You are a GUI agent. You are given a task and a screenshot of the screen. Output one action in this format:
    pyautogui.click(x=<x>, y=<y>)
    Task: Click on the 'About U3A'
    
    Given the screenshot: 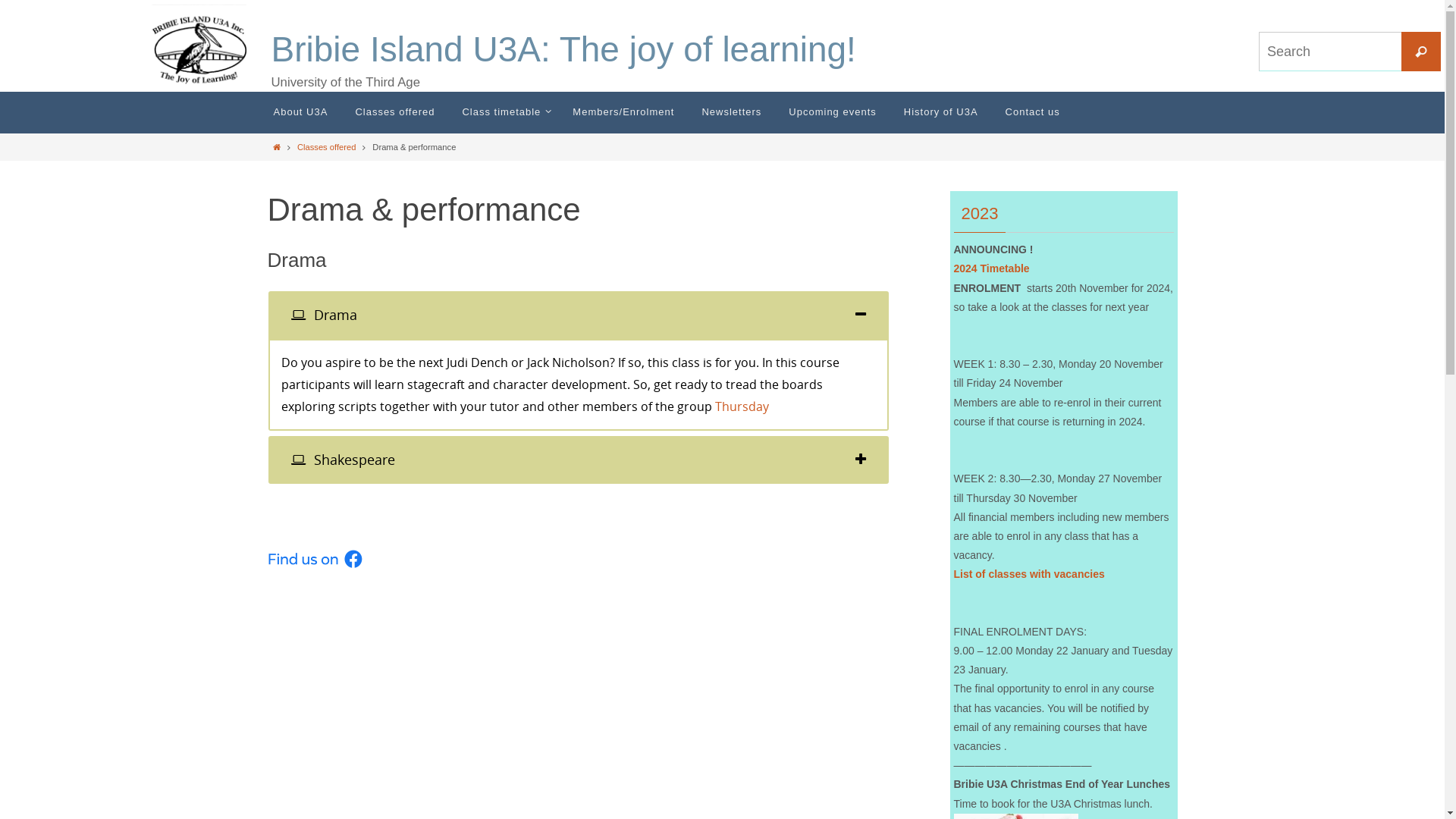 What is the action you would take?
    pyautogui.click(x=300, y=111)
    